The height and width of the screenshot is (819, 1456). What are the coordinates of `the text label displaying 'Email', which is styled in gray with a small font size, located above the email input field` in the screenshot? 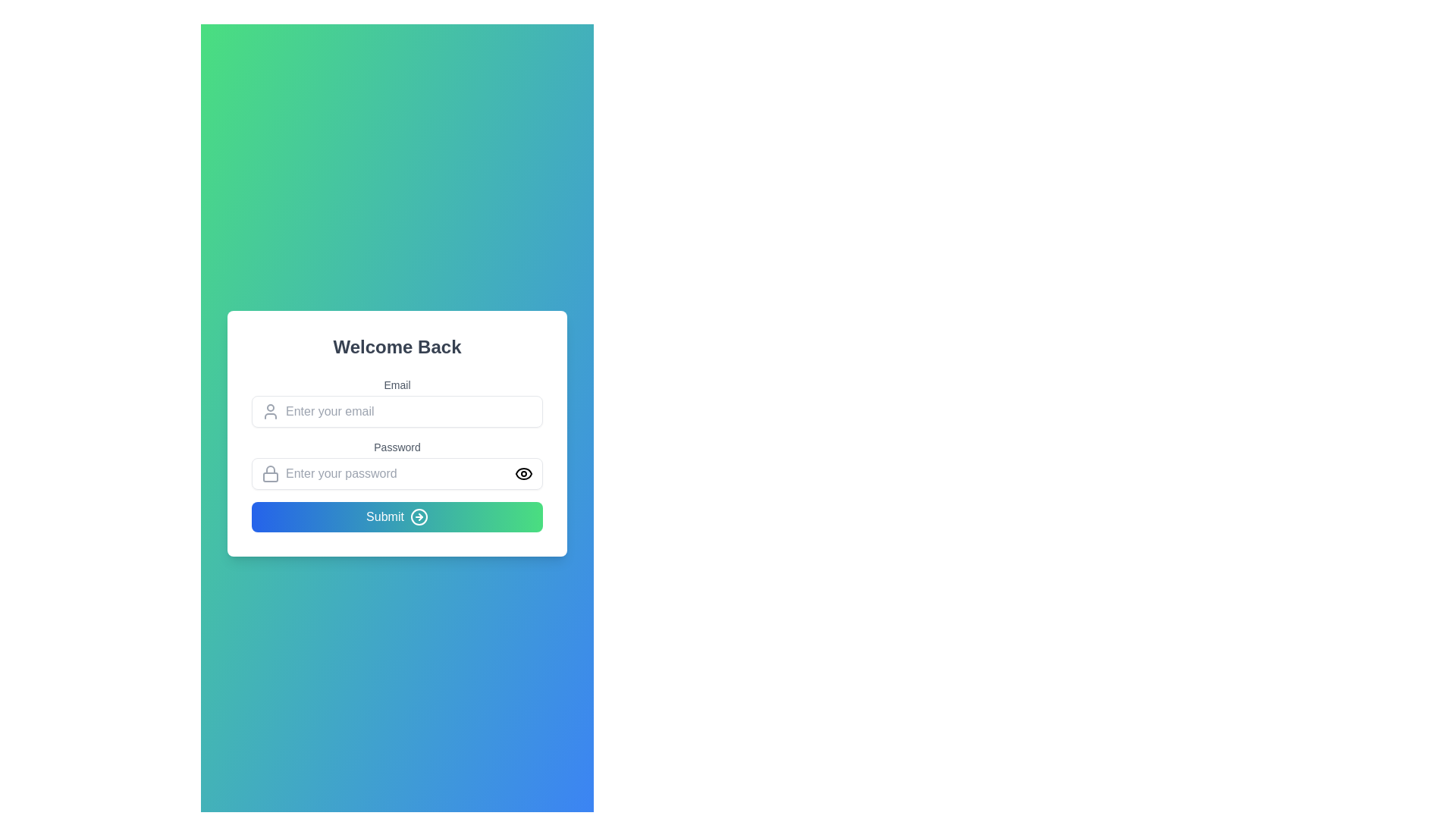 It's located at (397, 384).